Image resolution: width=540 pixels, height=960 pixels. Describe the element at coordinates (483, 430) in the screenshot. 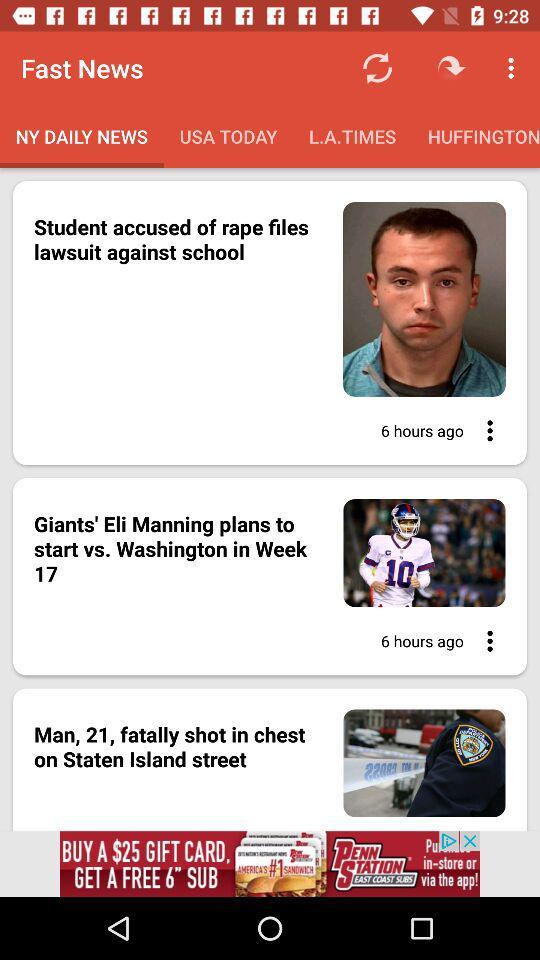

I see `open setting` at that location.